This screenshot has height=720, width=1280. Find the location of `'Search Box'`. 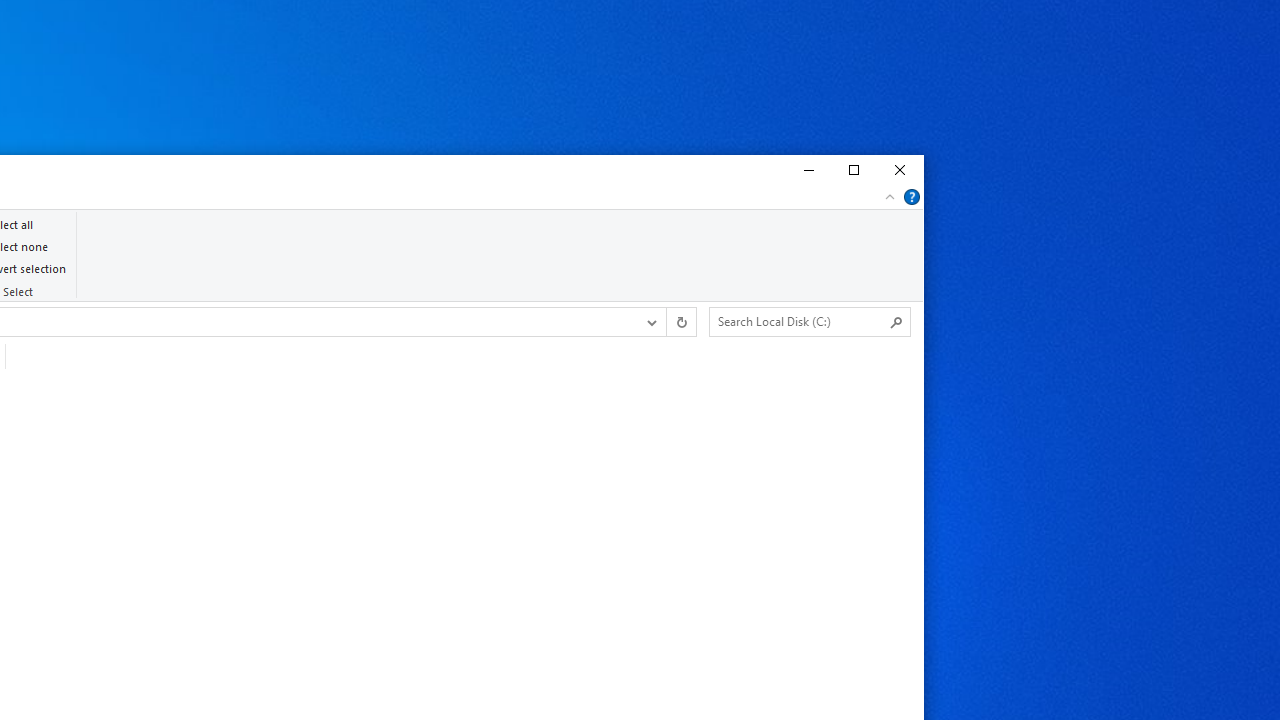

'Search Box' is located at coordinates (800, 320).